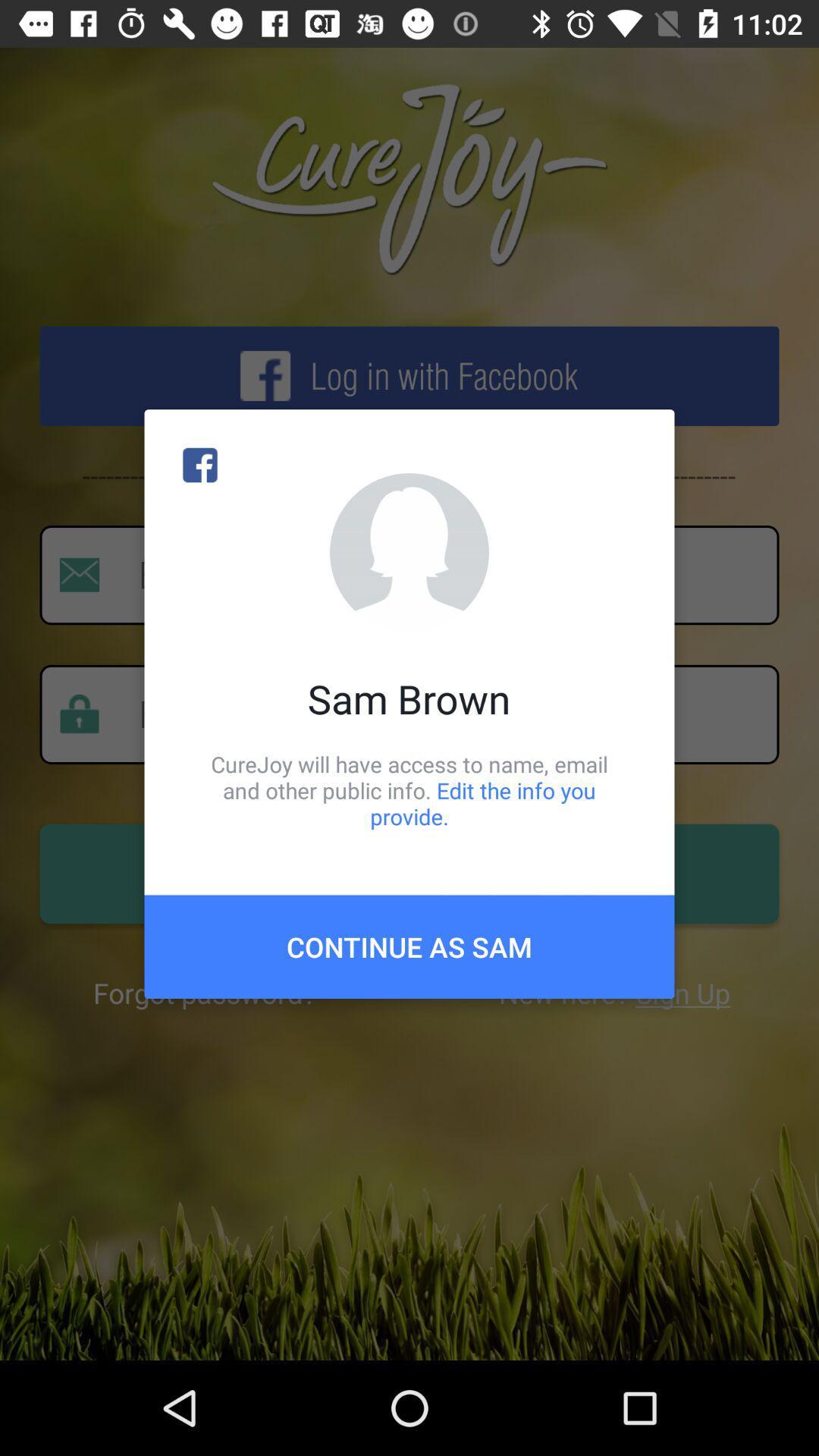 Image resolution: width=819 pixels, height=1456 pixels. I want to click on the continue as sam item, so click(409, 946).